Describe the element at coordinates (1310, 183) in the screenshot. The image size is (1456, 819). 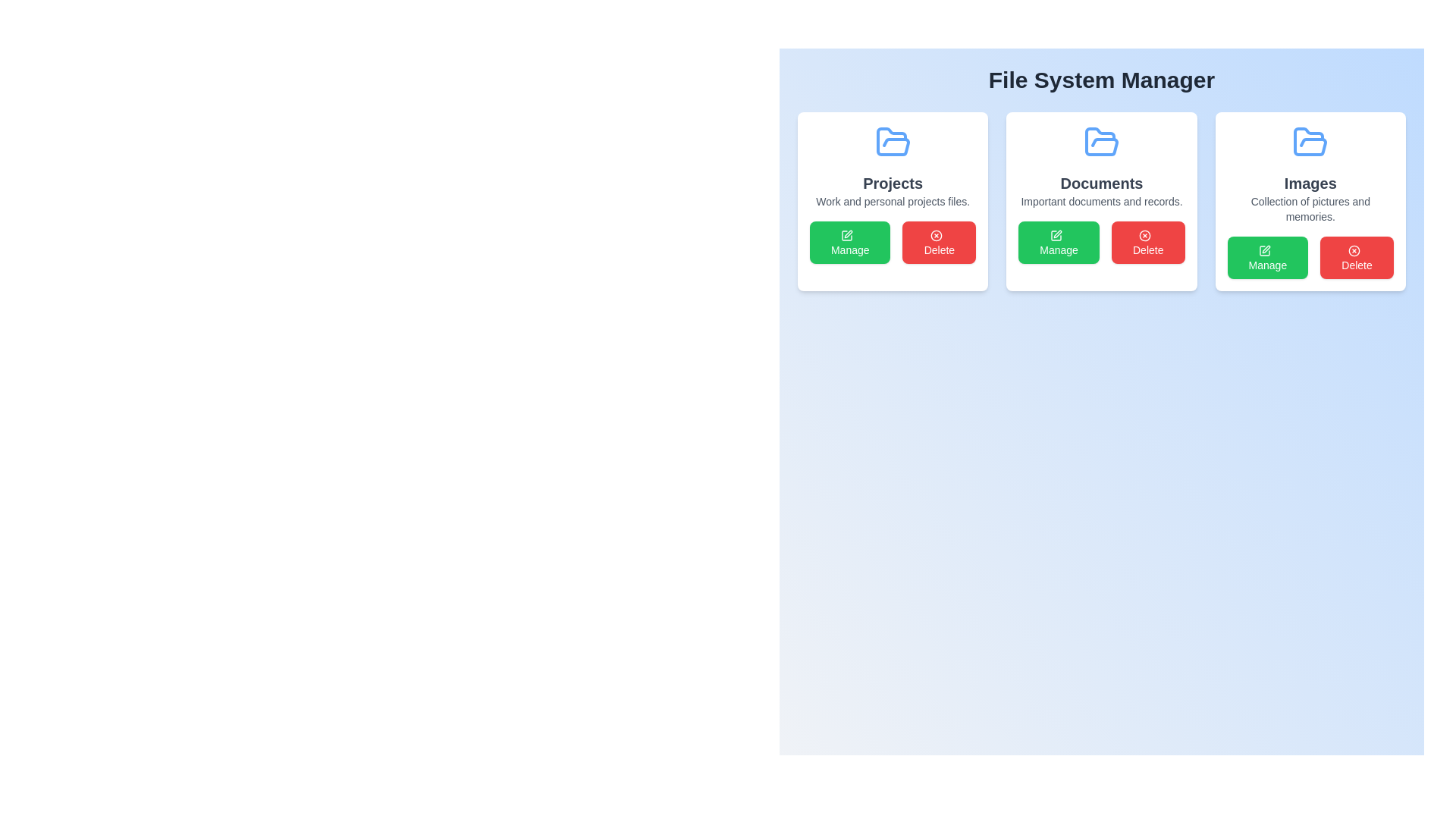
I see `the third bold text label in the File System Manager interface, which serves as a title for the card indicating its relevance to images or picture collections` at that location.